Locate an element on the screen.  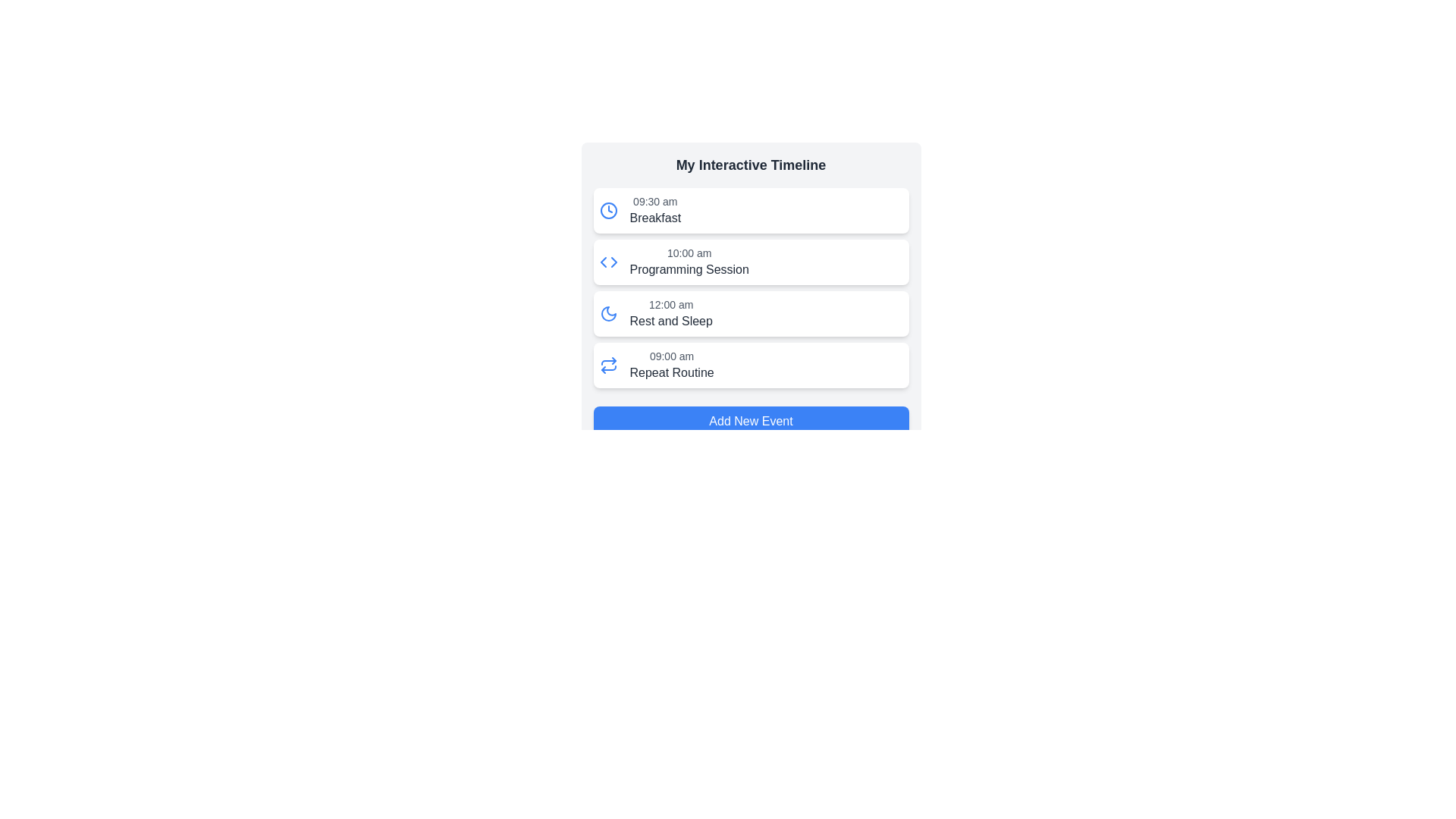
the static text label that denotes a scheduled activity occurring at 10:00 am, positioned below '10:00 am' in the event list timeline is located at coordinates (689, 268).